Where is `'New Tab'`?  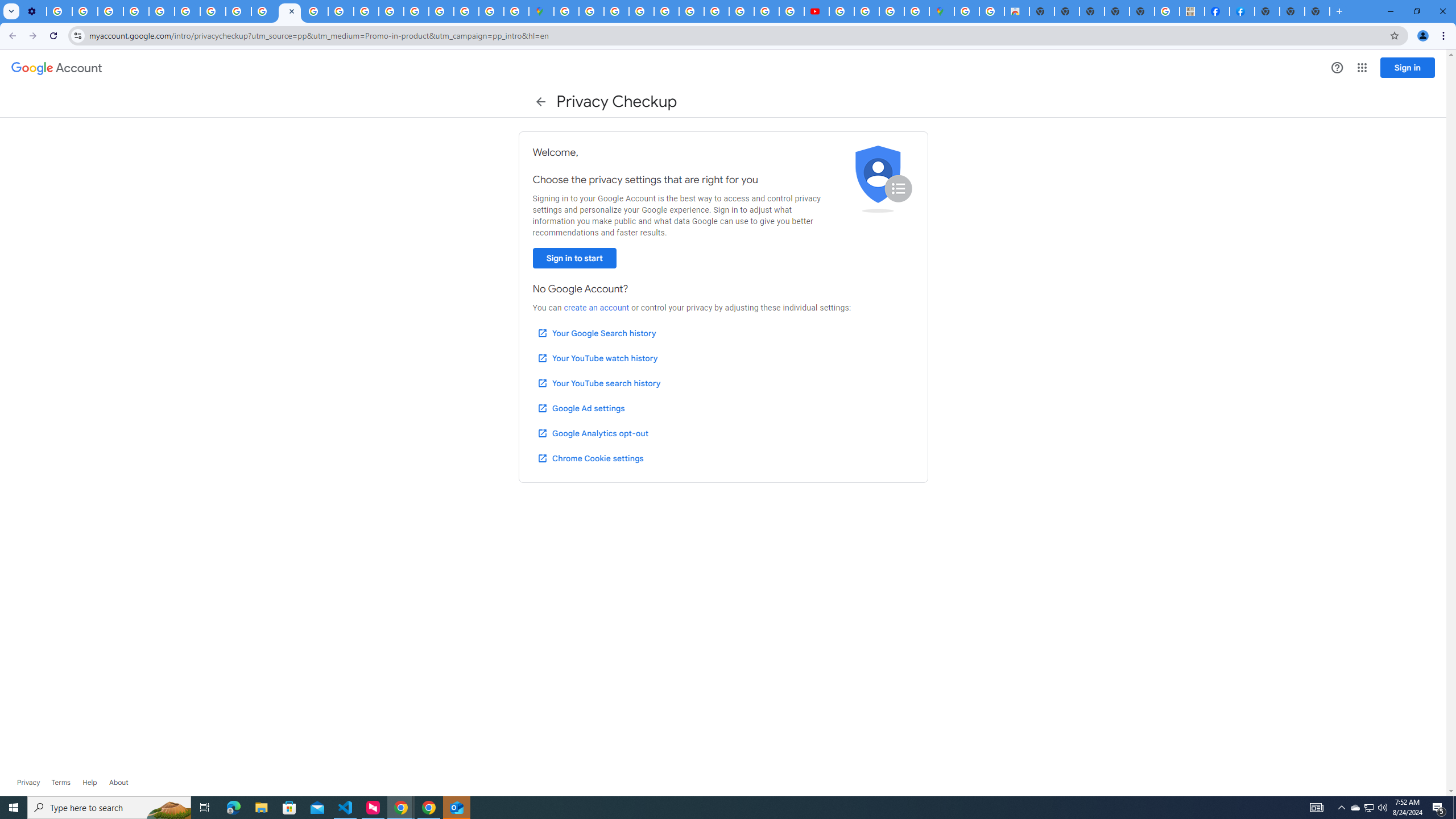 'New Tab' is located at coordinates (1317, 11).